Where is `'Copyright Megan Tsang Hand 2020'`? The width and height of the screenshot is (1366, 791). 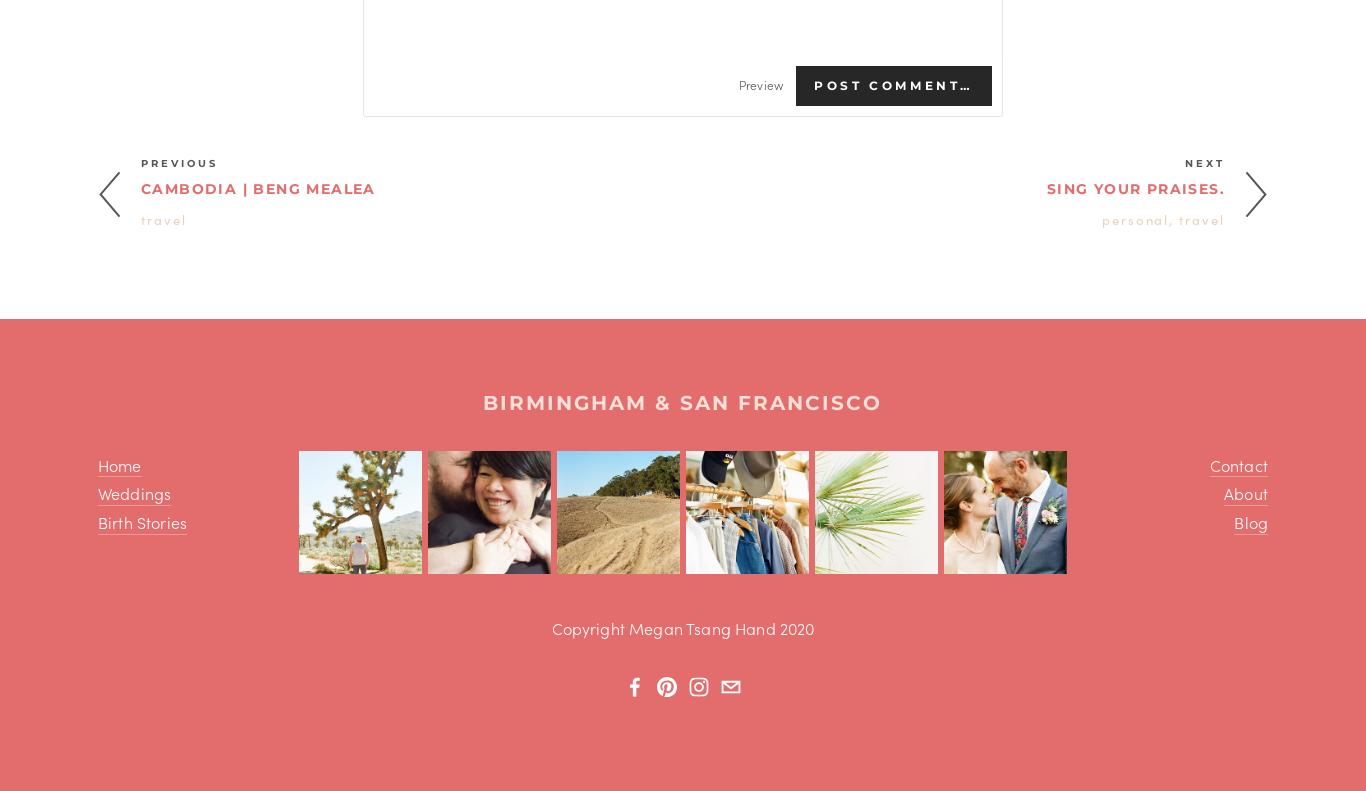 'Copyright Megan Tsang Hand 2020' is located at coordinates (551, 627).